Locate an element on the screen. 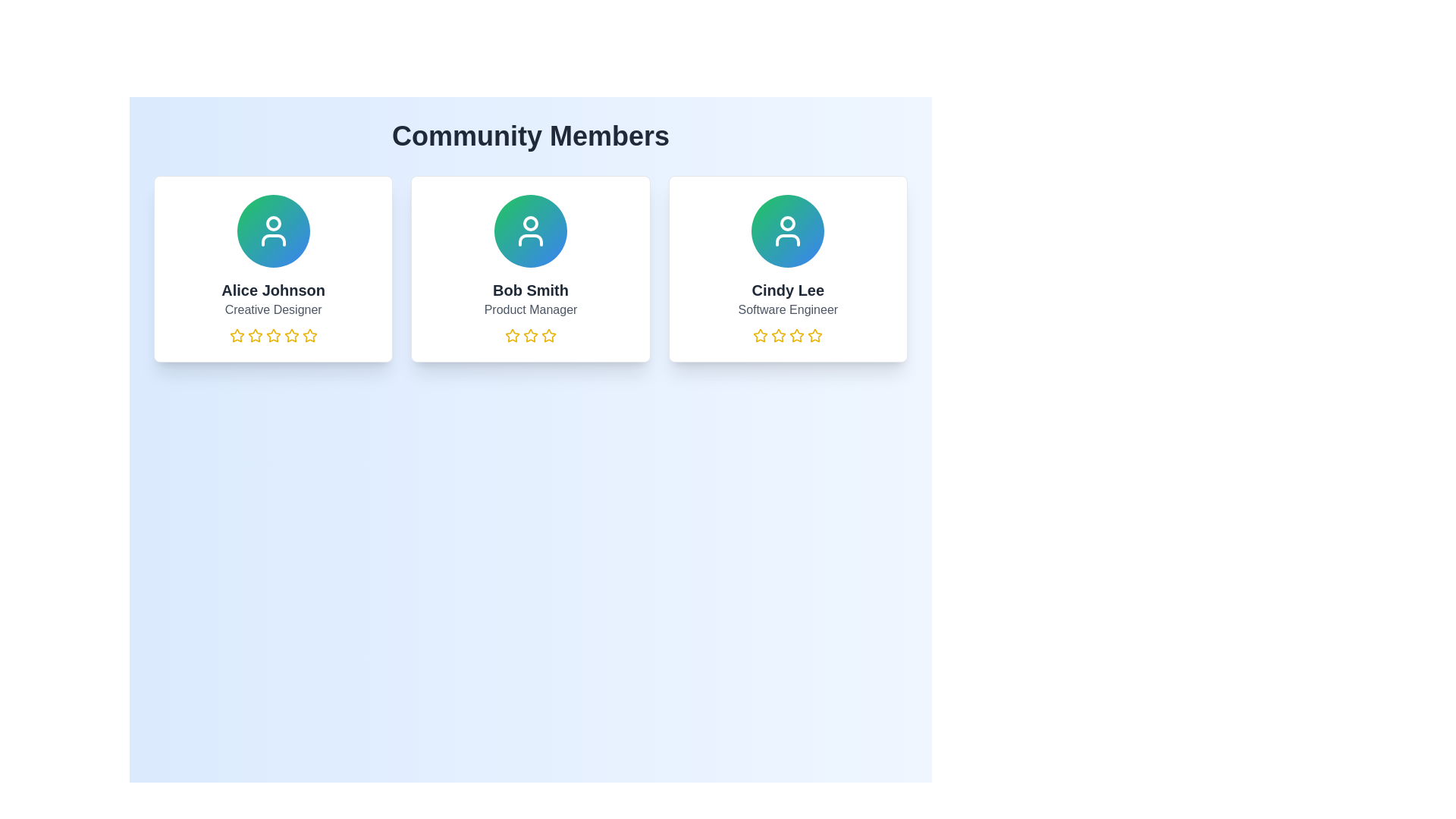 The height and width of the screenshot is (819, 1456). the fourth star icon used for rating the profile of 'Cindy Lee, Software Engineer' located under her card in the 'Community Members' section is located at coordinates (796, 335).